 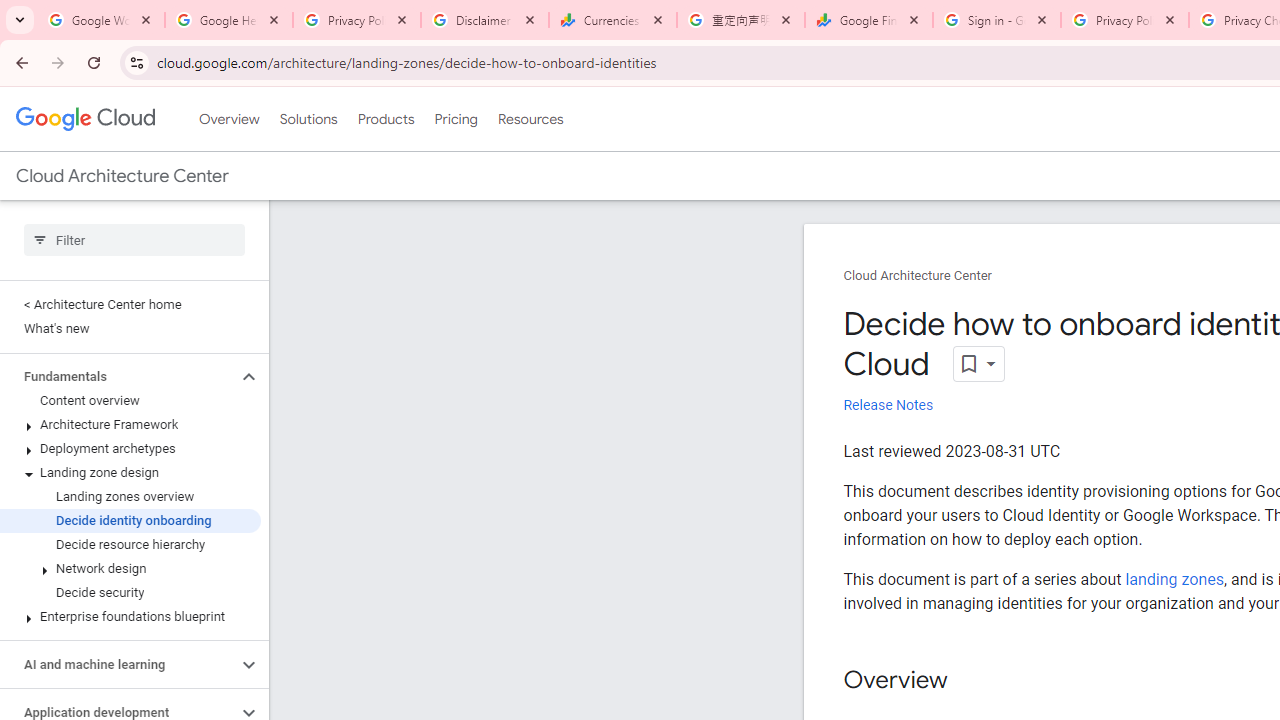 What do you see at coordinates (117, 376) in the screenshot?
I see `'Fundamentals'` at bounding box center [117, 376].